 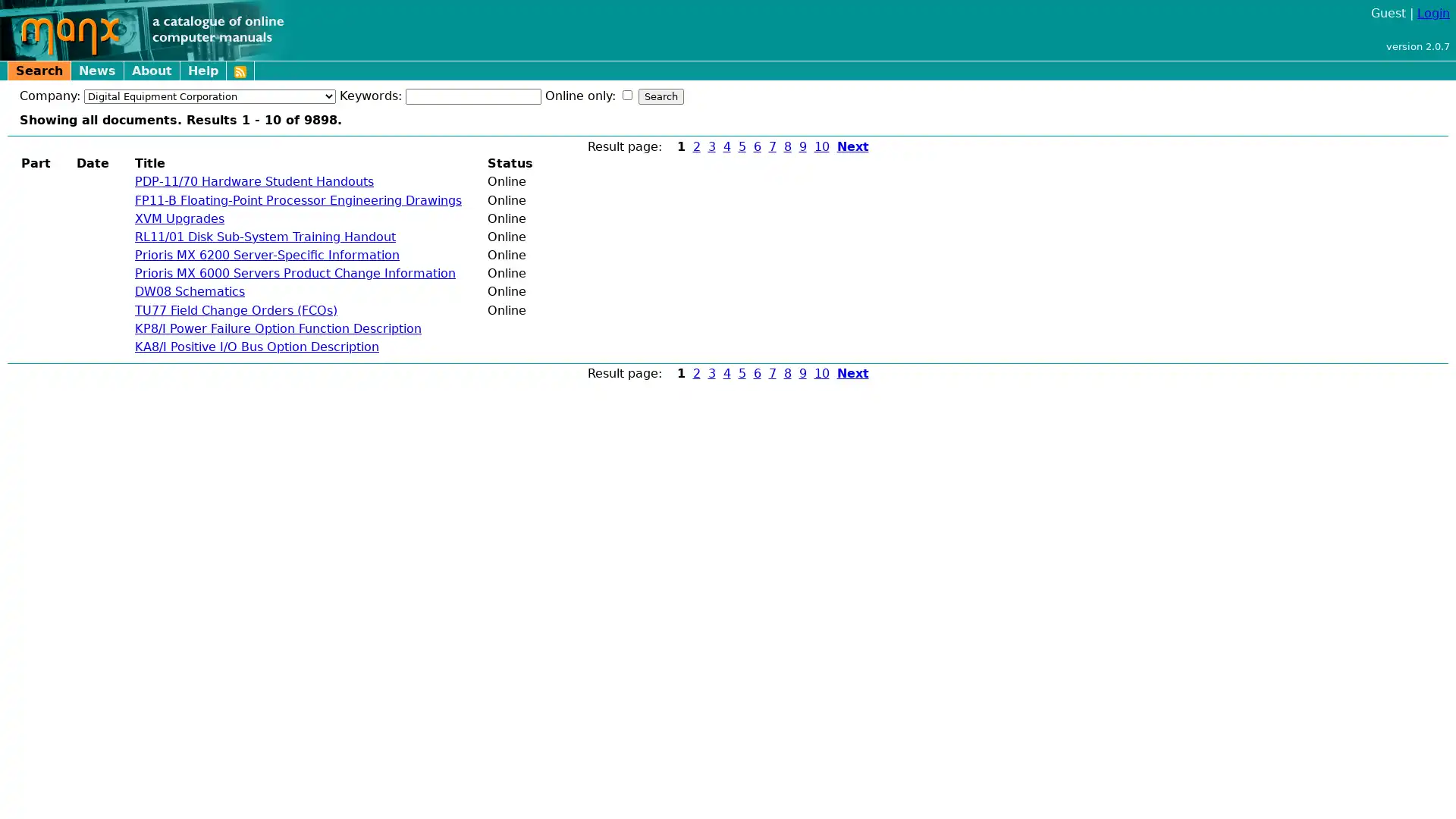 What do you see at coordinates (661, 96) in the screenshot?
I see `Search` at bounding box center [661, 96].